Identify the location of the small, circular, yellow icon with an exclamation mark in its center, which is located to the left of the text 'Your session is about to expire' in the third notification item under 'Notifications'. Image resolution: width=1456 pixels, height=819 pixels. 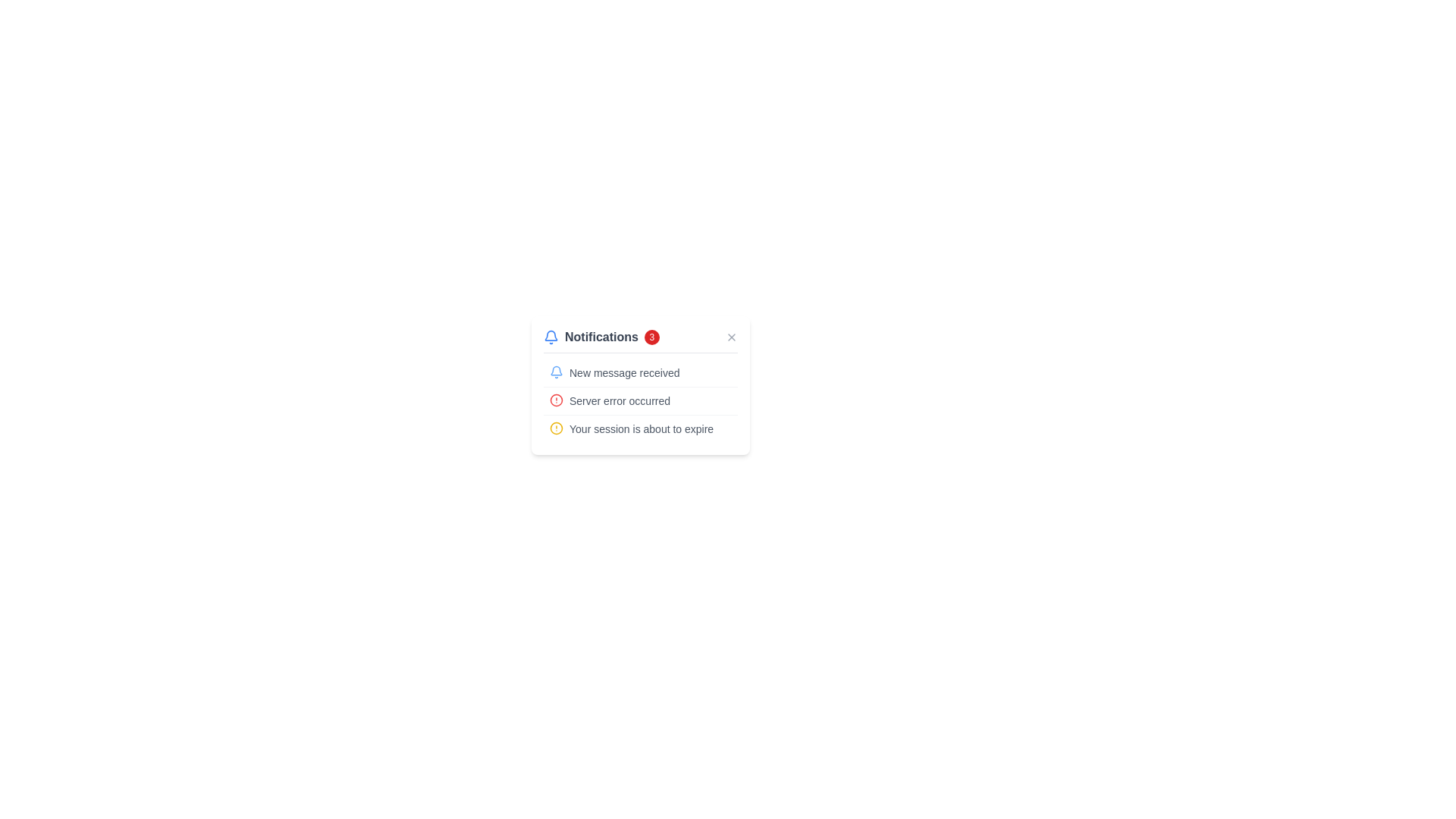
(556, 428).